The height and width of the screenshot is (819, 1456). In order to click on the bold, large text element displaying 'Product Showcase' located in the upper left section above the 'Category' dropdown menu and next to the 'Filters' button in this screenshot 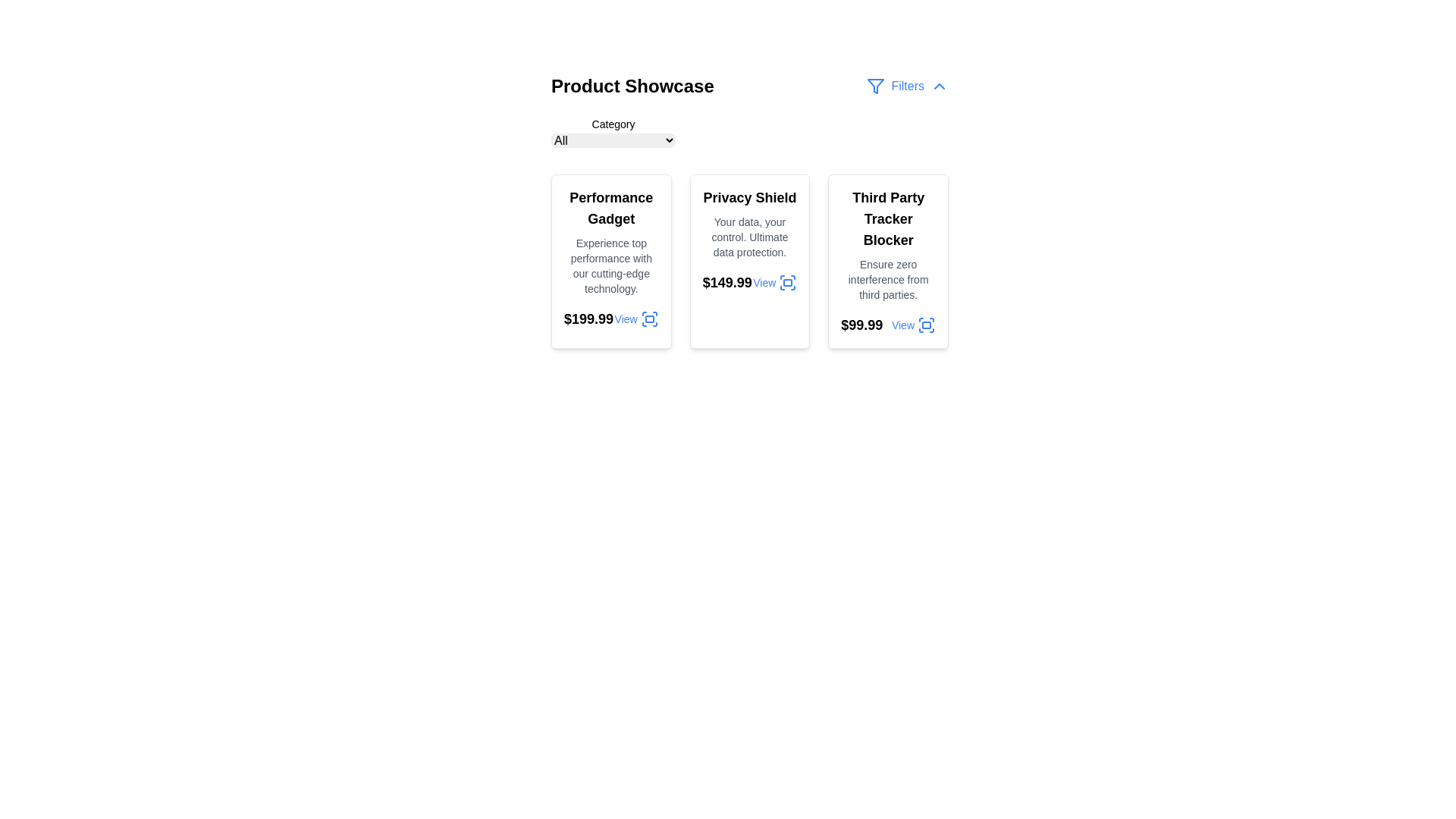, I will do `click(632, 86)`.